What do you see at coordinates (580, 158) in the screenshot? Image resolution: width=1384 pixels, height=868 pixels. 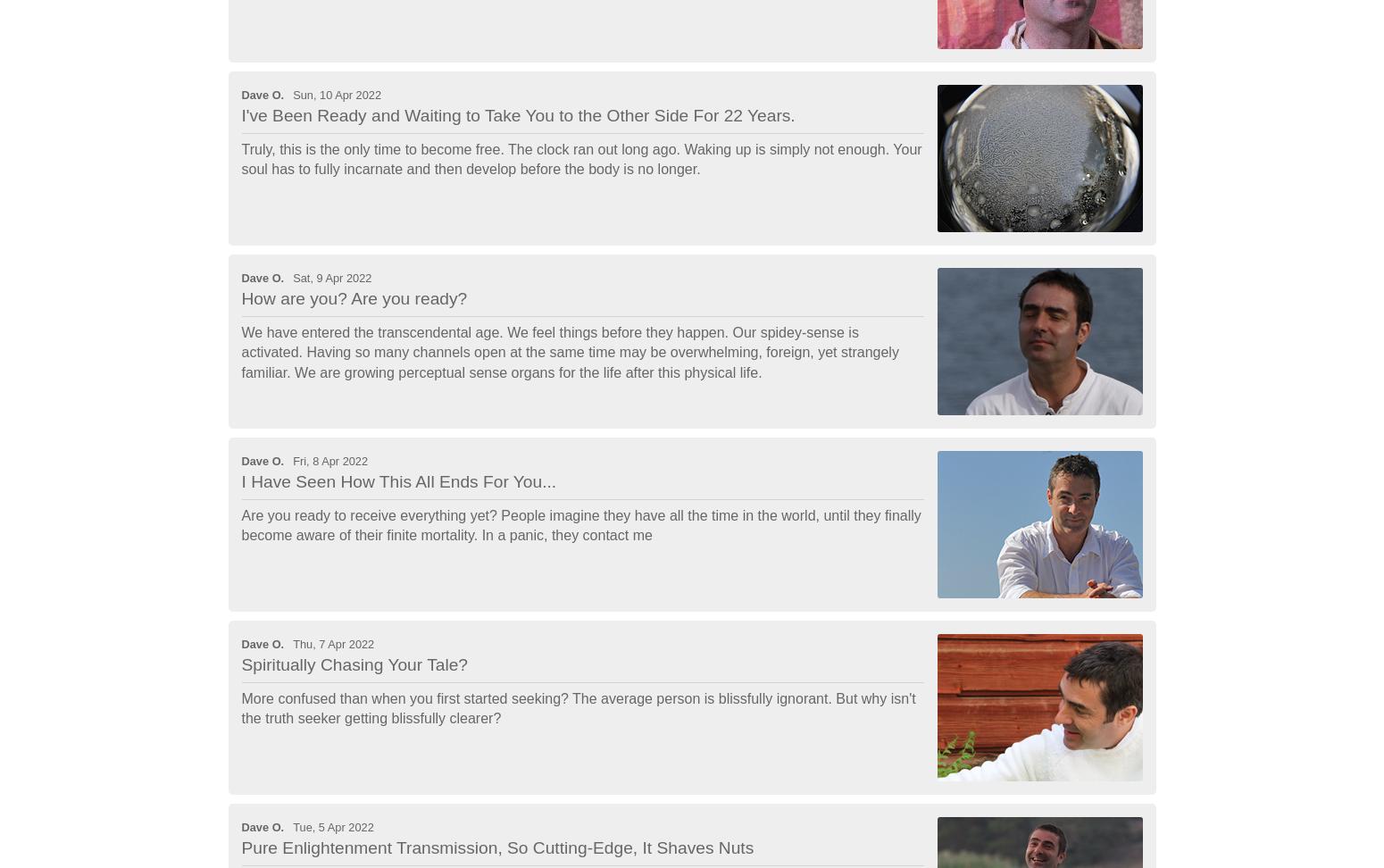 I see `'Truly, this is the only time to become free. The clock ran out long ago. Waking up is simply not enough. Your soul has to fully incarnate and then develop before the body is no longer.'` at bounding box center [580, 158].